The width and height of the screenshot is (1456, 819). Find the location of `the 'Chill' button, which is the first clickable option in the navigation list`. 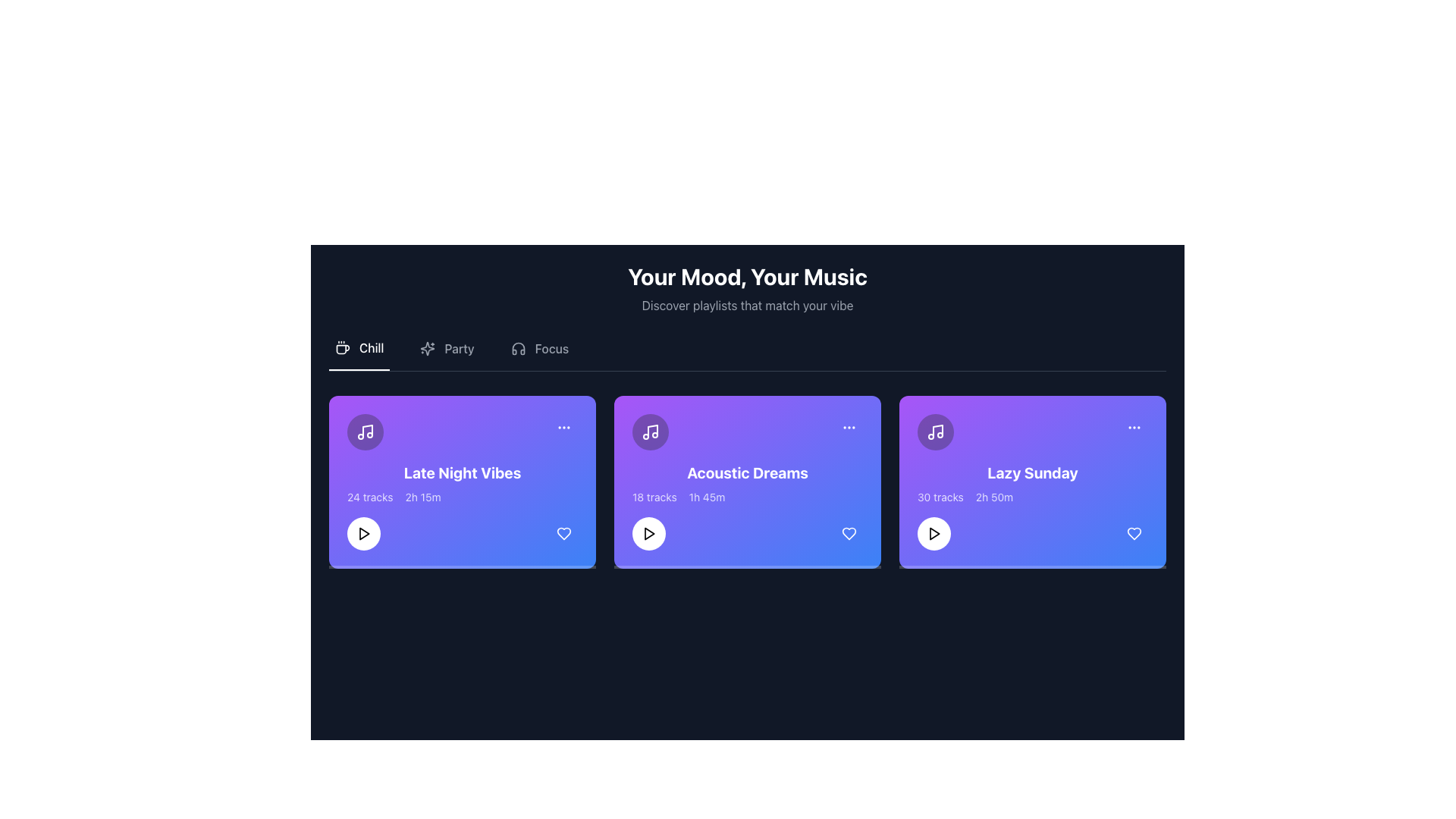

the 'Chill' button, which is the first clickable option in the navigation list is located at coordinates (359, 354).